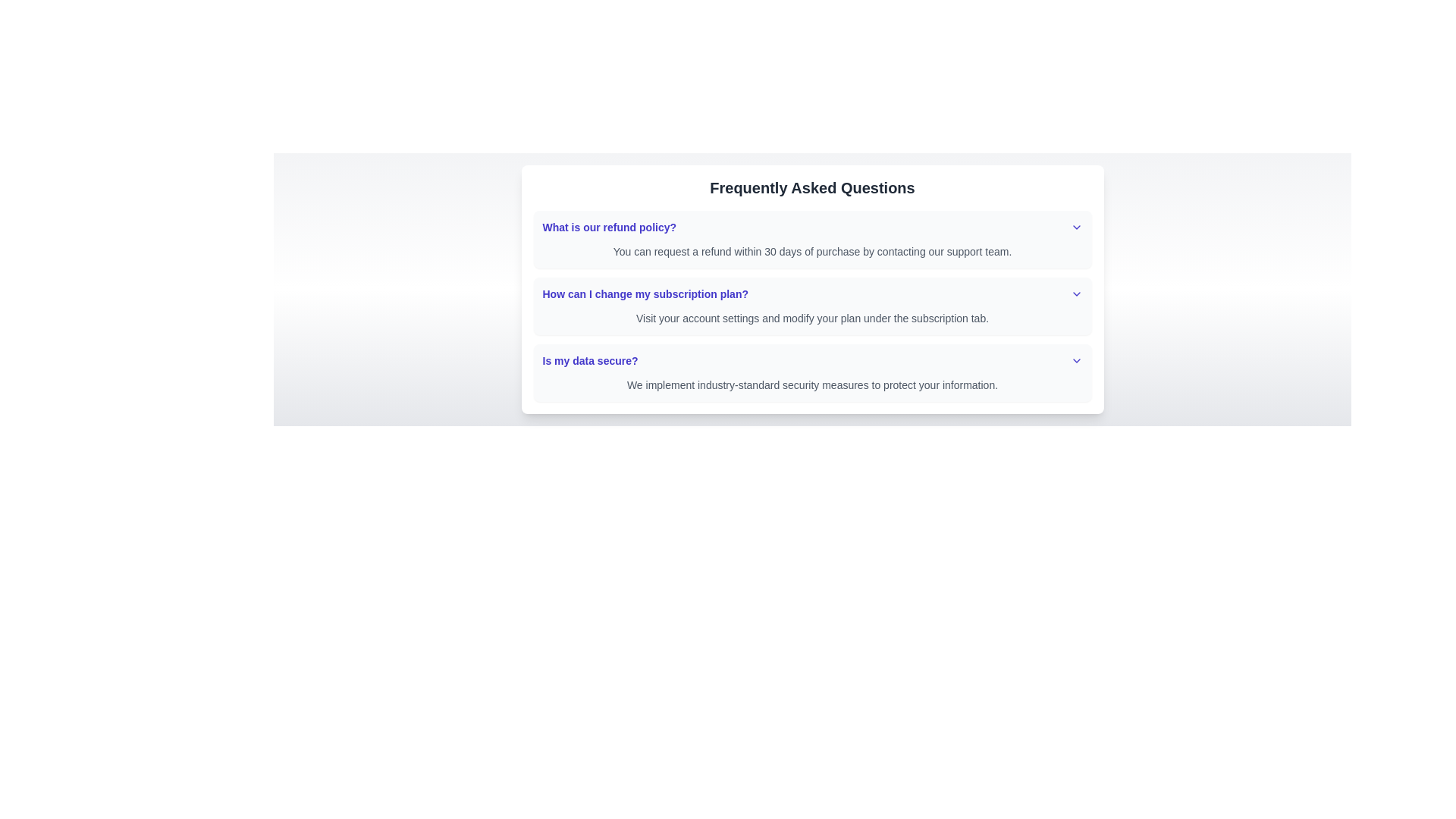  Describe the element at coordinates (811, 239) in the screenshot. I see `the collapsible FAQ item titled 'What is our refund policy?'` at that location.